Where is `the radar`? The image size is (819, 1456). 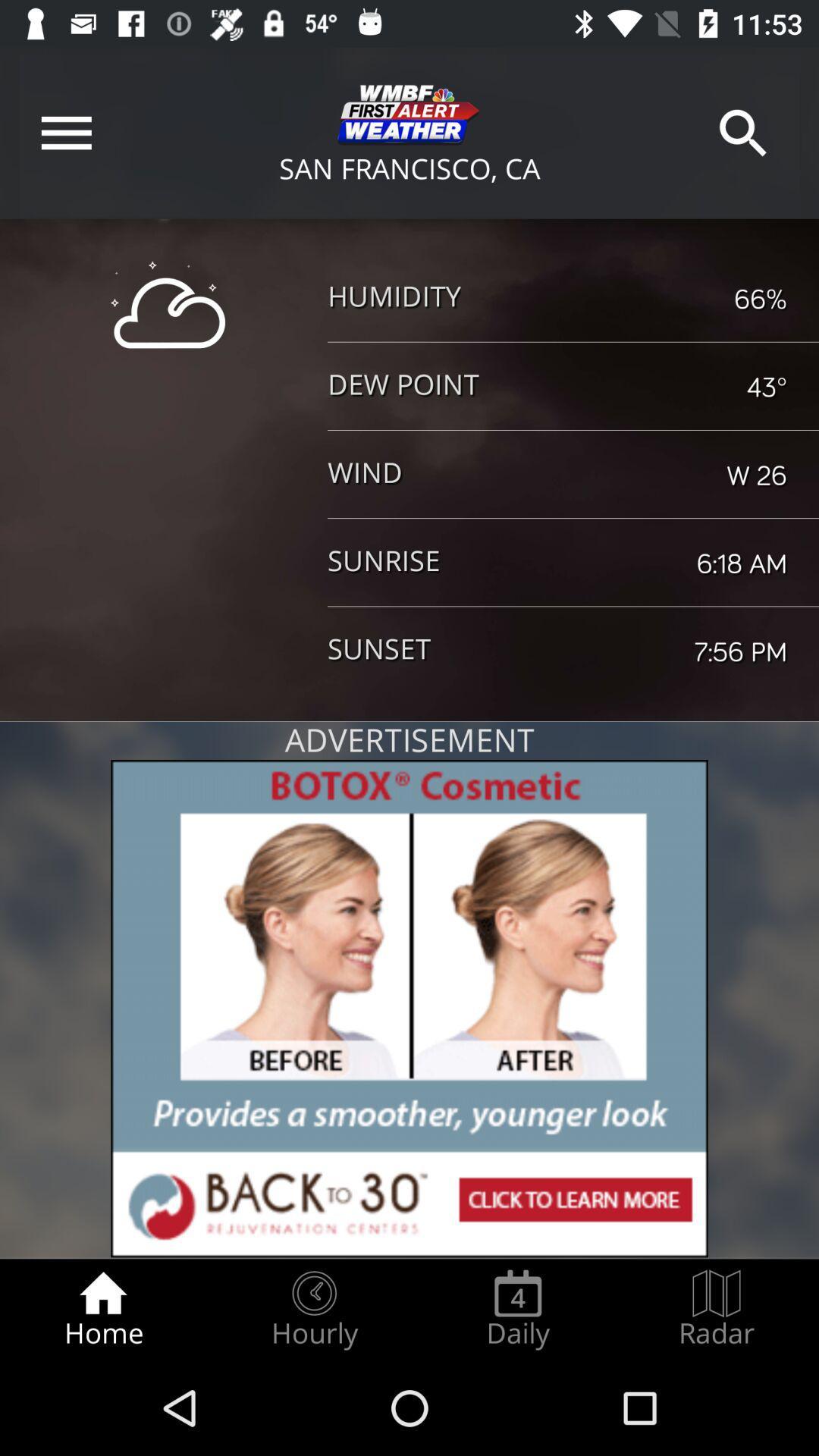 the radar is located at coordinates (717, 1309).